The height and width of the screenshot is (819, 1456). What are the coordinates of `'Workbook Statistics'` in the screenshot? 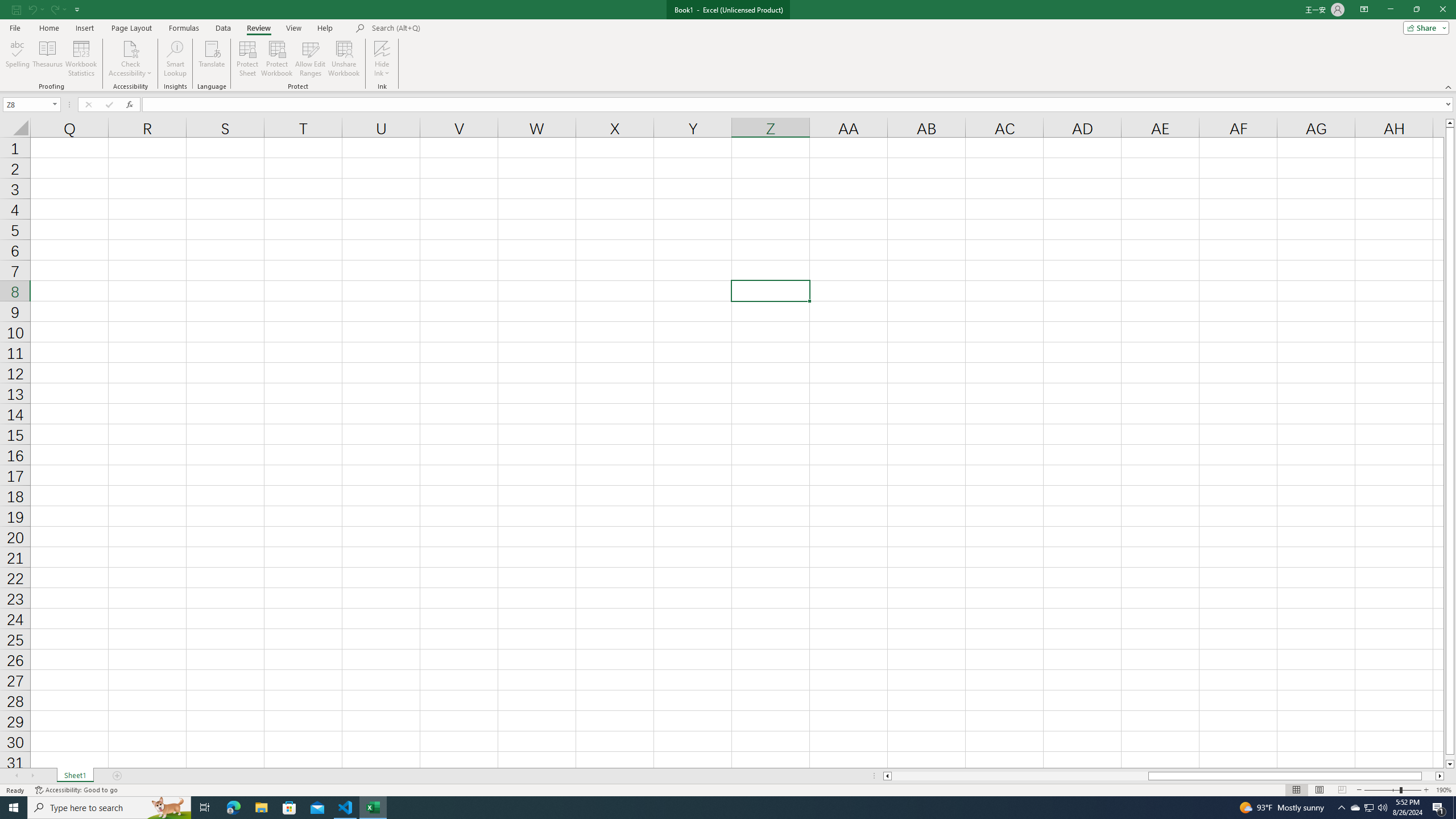 It's located at (81, 59).